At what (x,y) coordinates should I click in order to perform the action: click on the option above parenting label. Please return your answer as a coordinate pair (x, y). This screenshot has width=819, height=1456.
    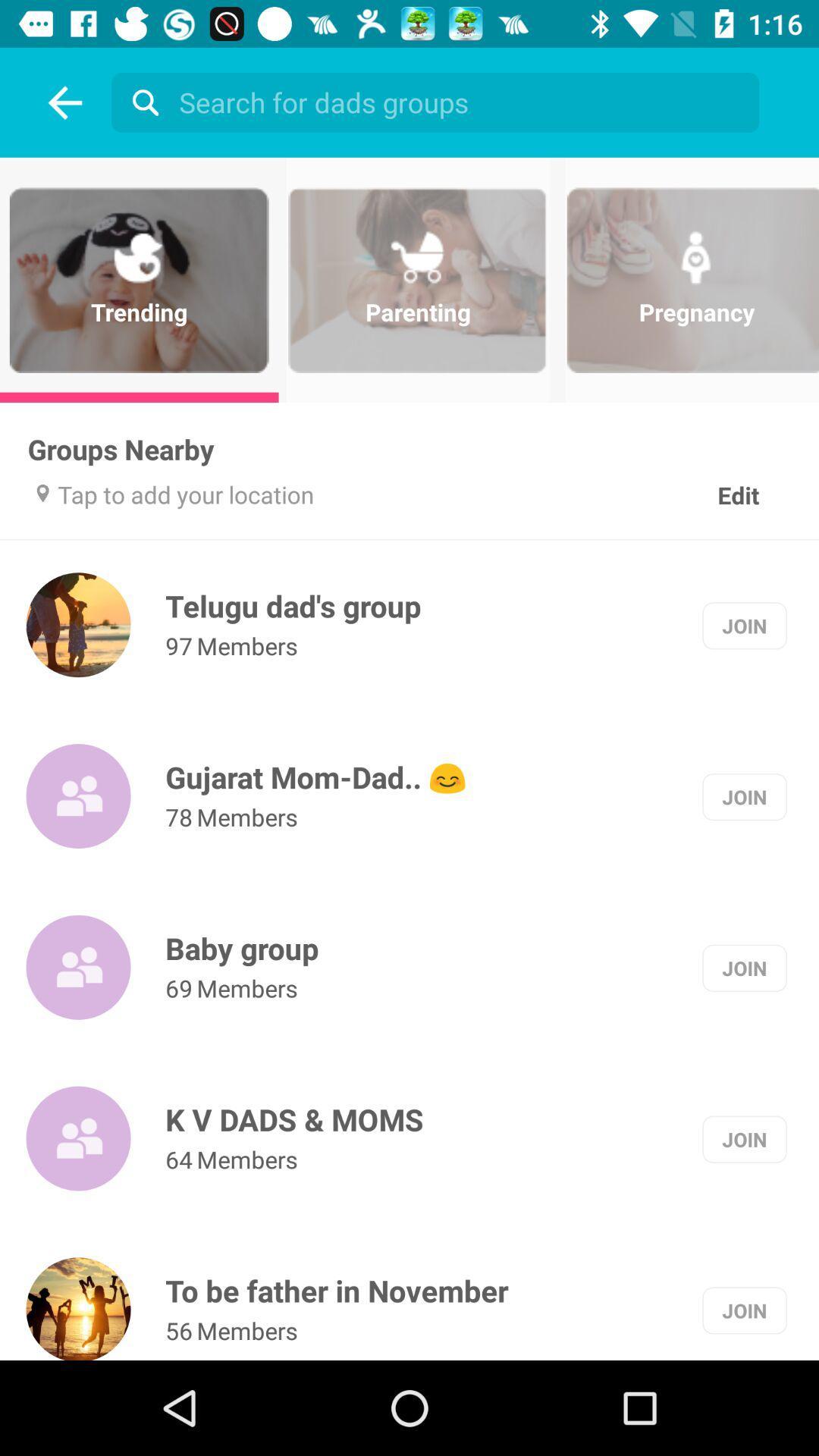
    Looking at the image, I should click on (439, 101).